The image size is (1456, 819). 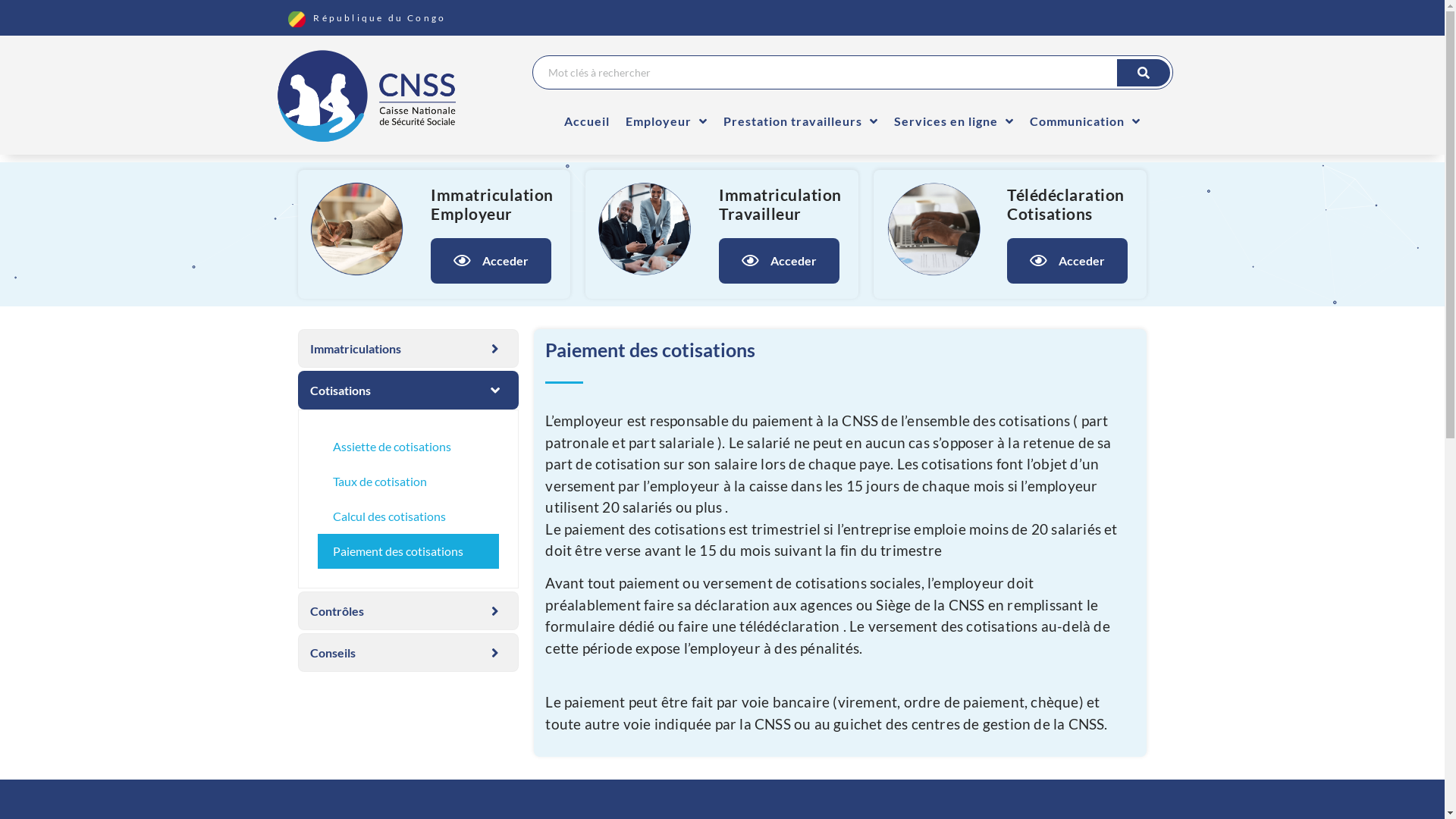 I want to click on 'Communication', so click(x=1084, y=120).